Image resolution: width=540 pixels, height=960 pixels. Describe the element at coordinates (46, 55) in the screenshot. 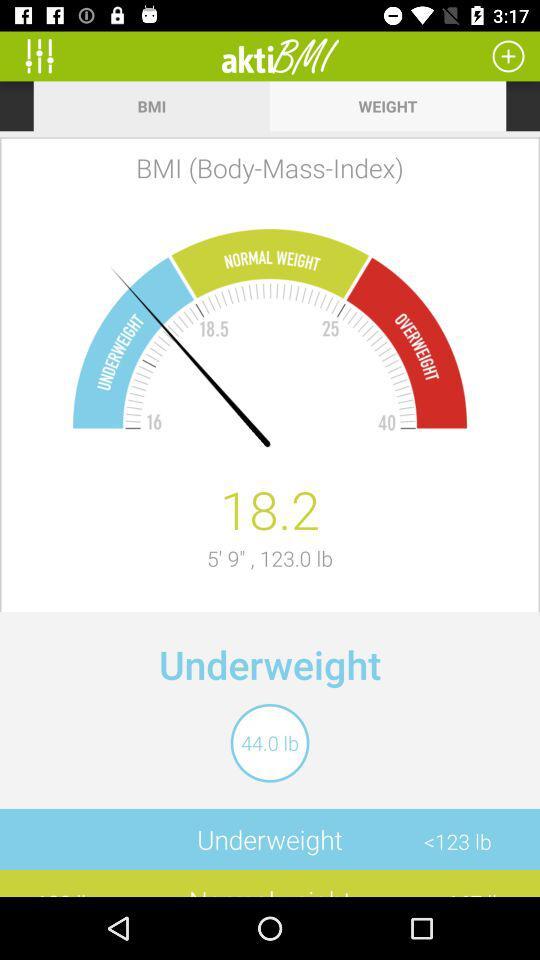

I see `adjust levels` at that location.